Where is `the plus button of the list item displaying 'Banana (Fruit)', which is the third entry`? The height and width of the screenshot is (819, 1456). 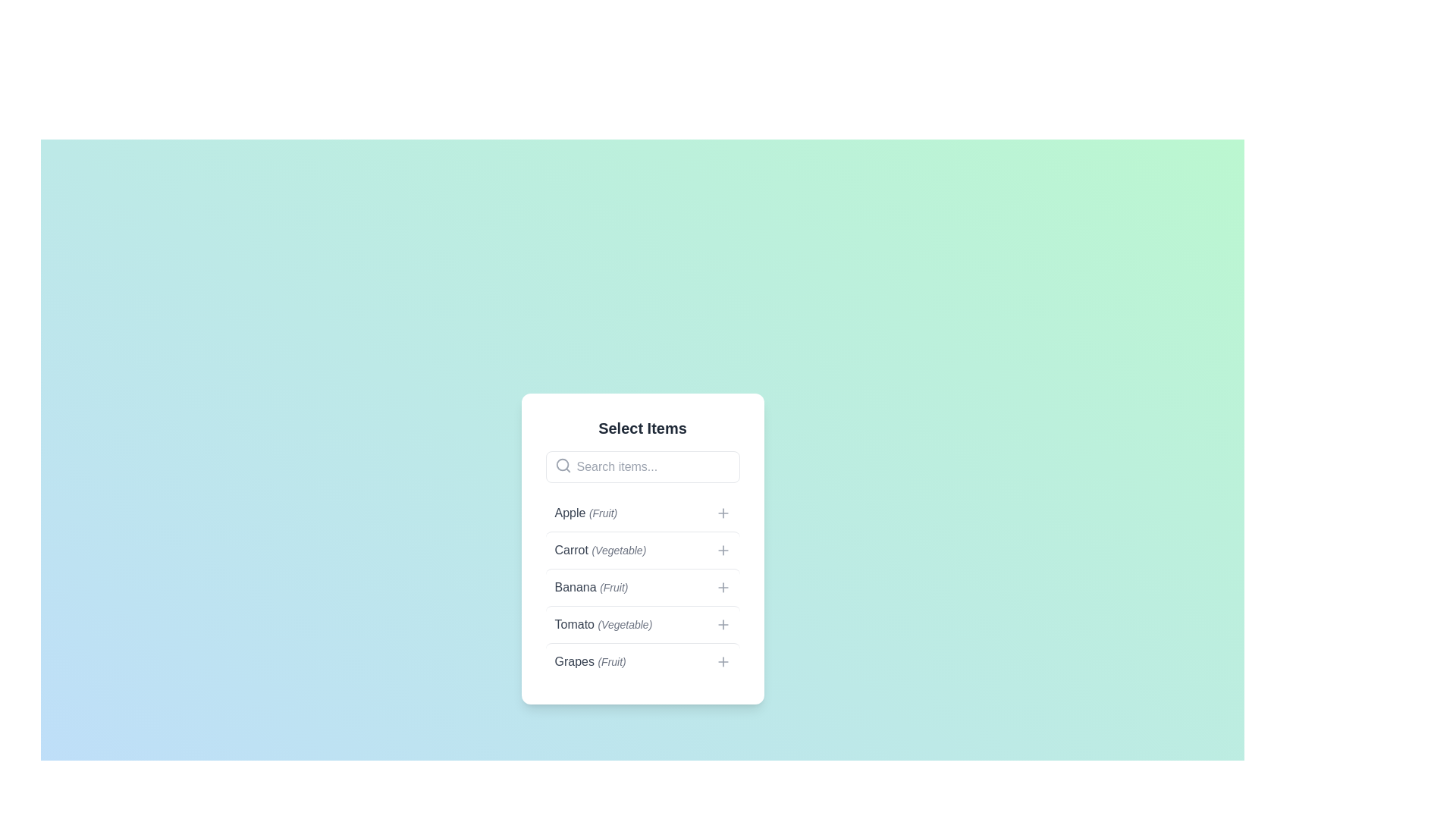 the plus button of the list item displaying 'Banana (Fruit)', which is the third entry is located at coordinates (642, 587).